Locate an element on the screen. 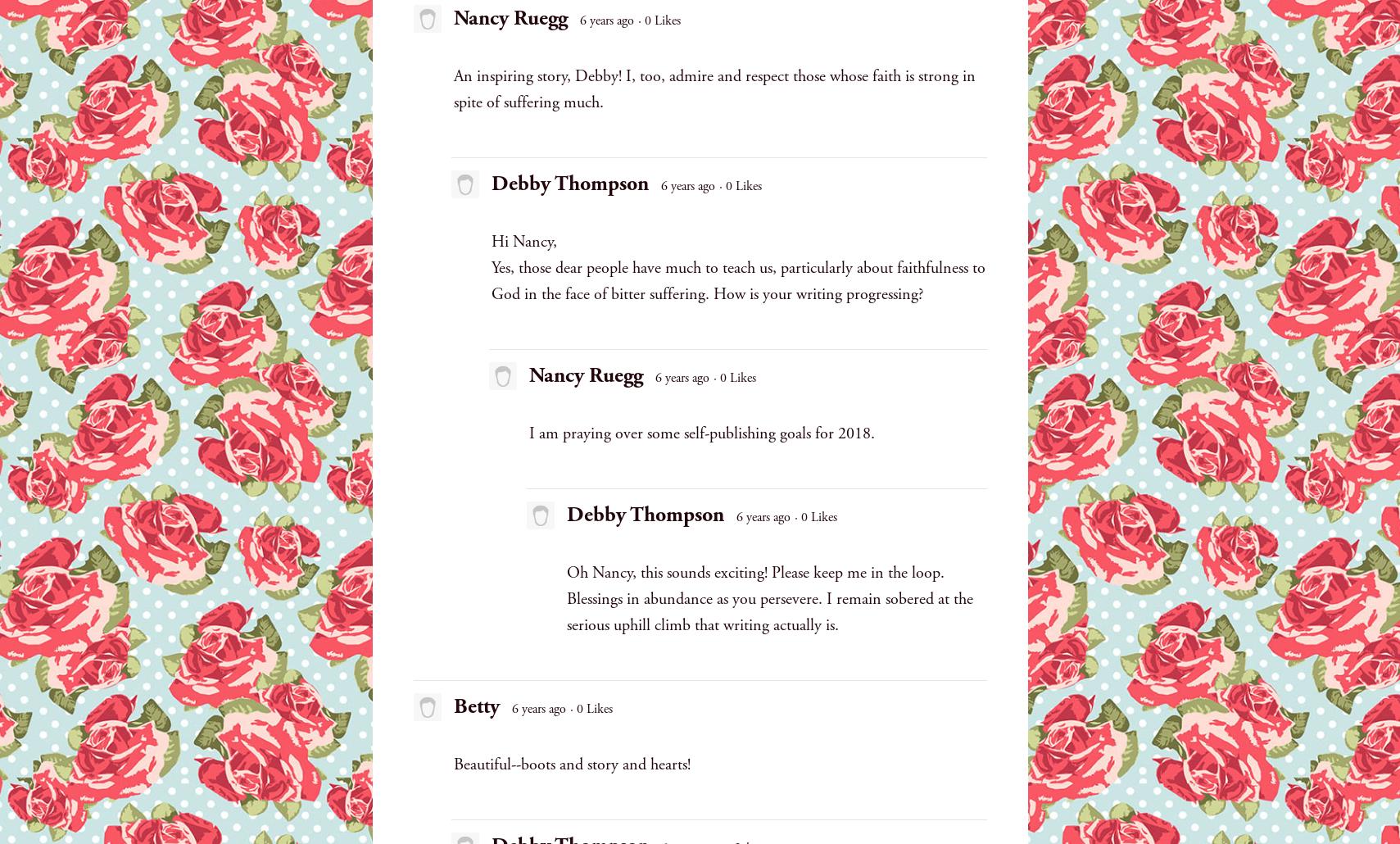 The width and height of the screenshot is (1400, 844). 'I am praying over some self-publishing goals for 2018.' is located at coordinates (701, 433).